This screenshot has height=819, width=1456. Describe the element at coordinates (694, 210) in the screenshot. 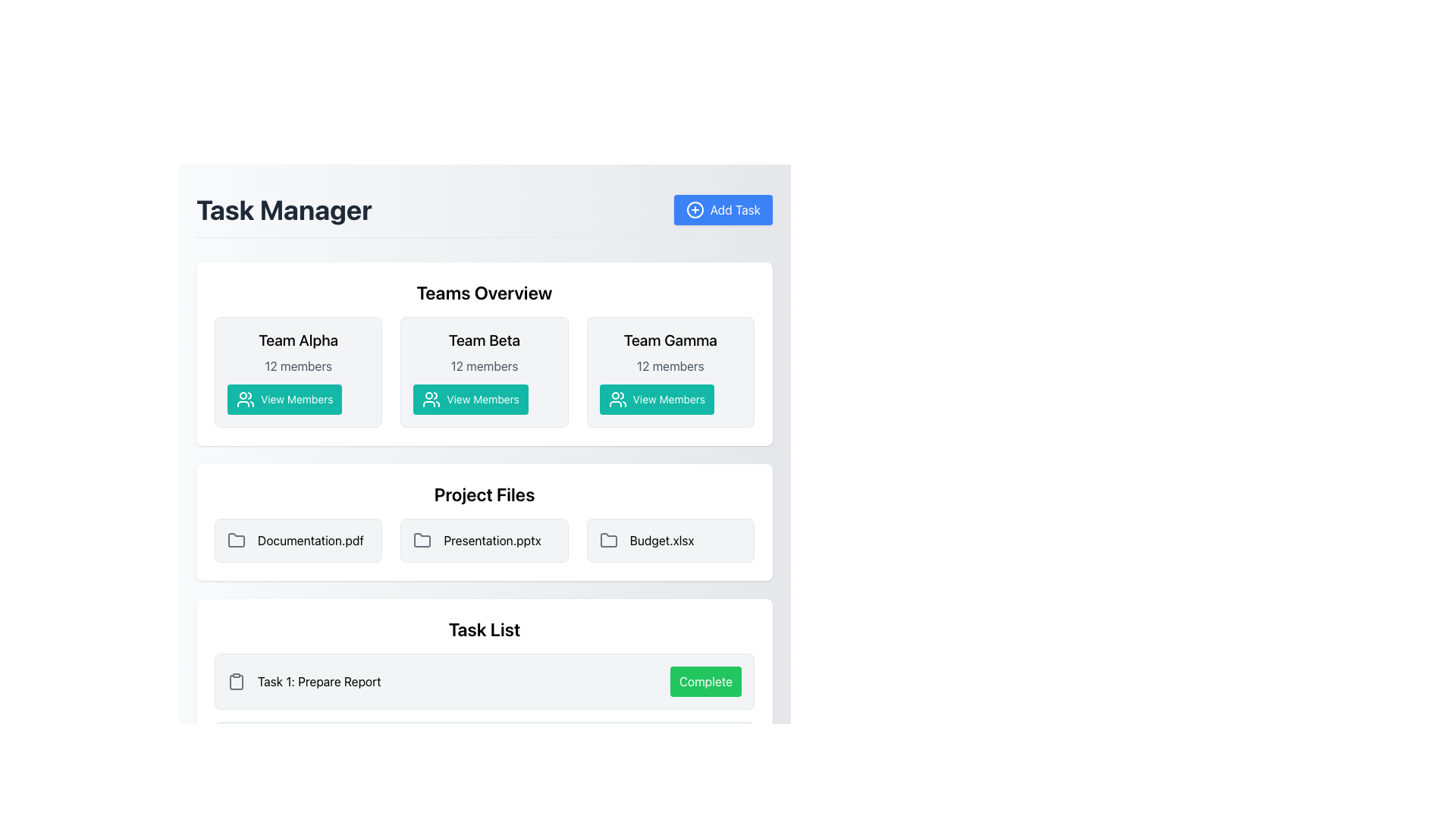

I see `the decorative icon located to the left of the 'Add Task' button in the top-right corner of the interface, indirectly triggering the button's functionality` at that location.